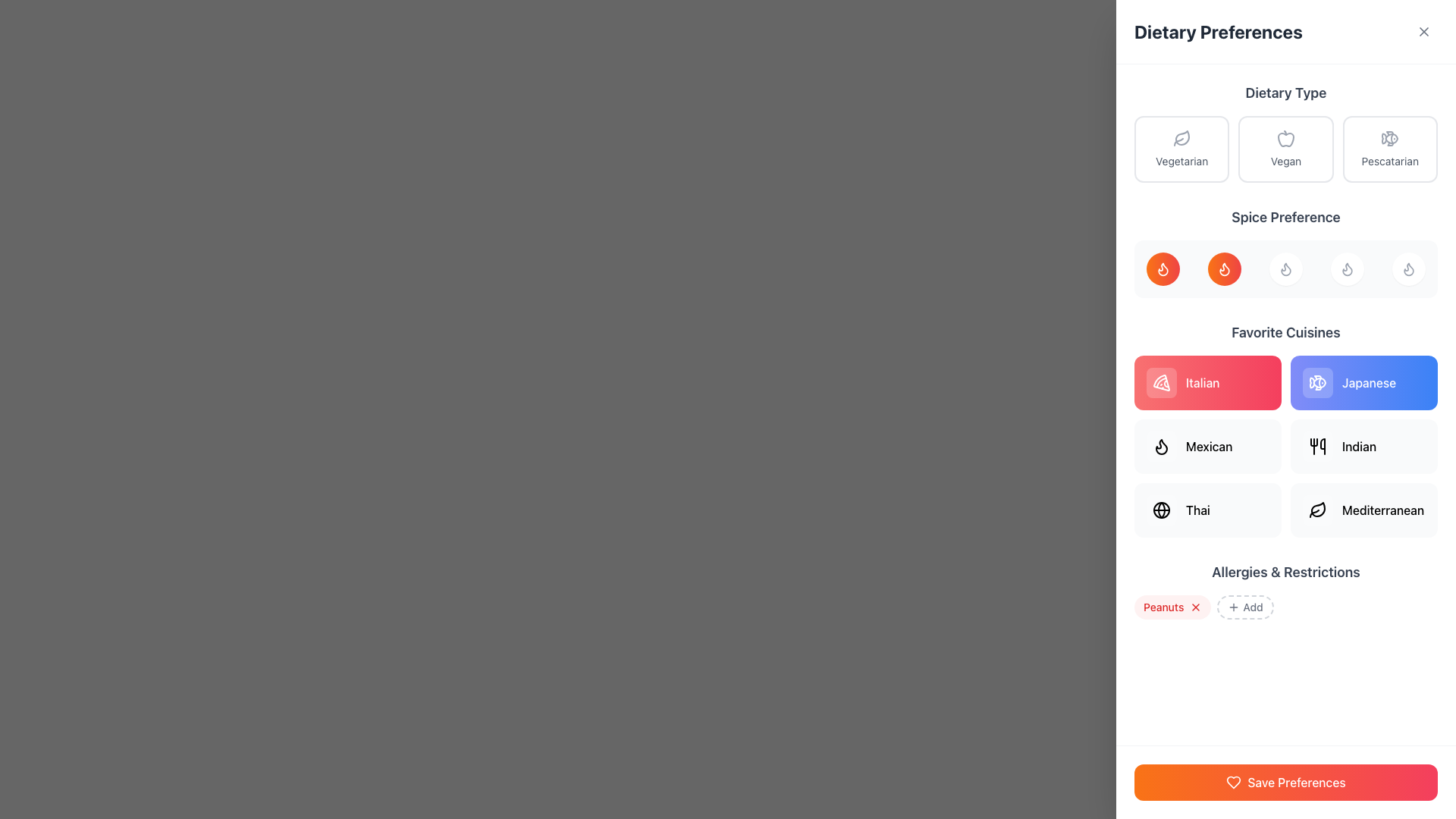 The width and height of the screenshot is (1456, 819). I want to click on the 'Save Preferences' button, which is styled with white text on a gradient orange to rose background, located in the middle-right section of the interface, so click(1294, 783).